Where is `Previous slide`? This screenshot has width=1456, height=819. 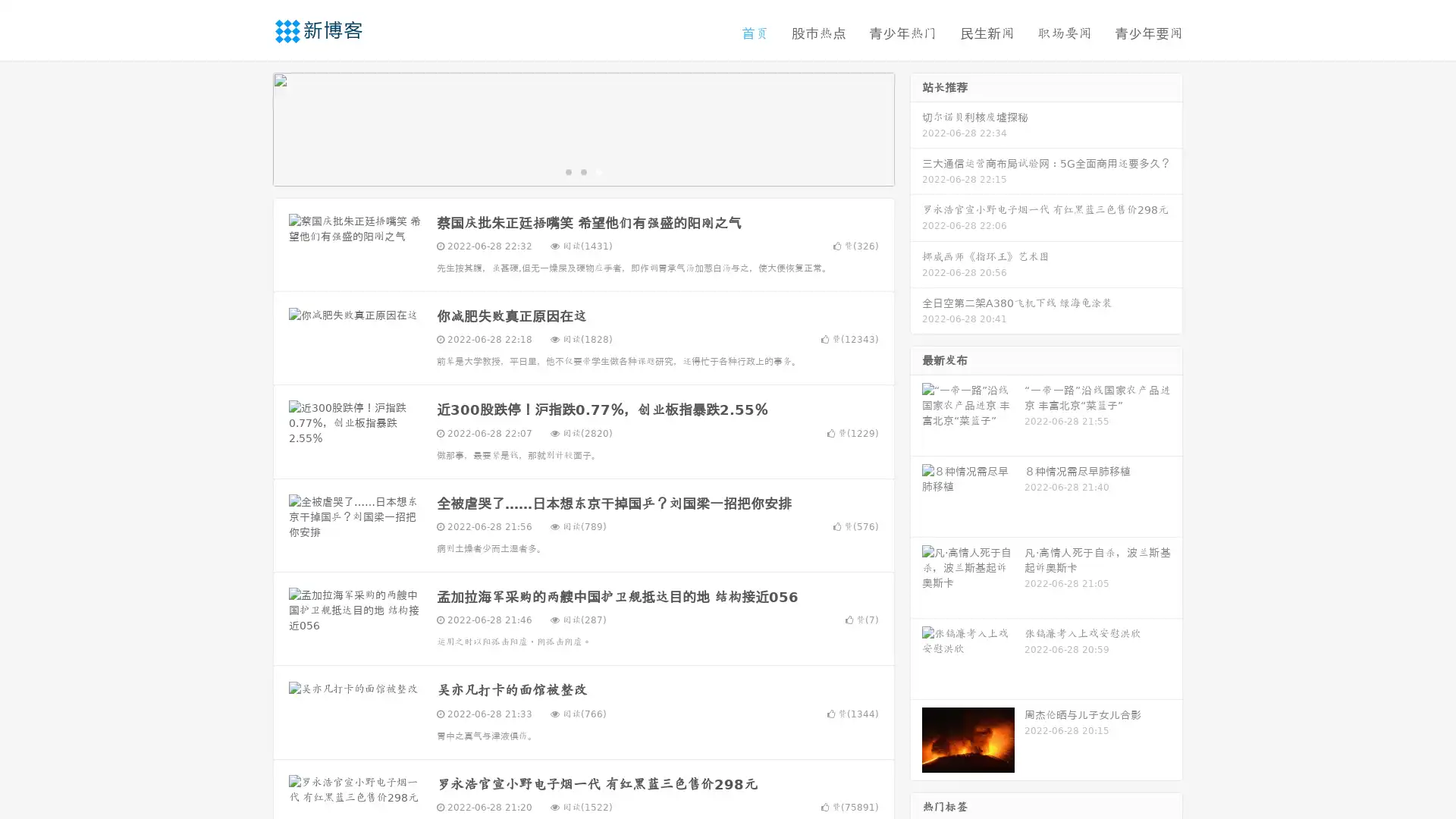 Previous slide is located at coordinates (250, 127).